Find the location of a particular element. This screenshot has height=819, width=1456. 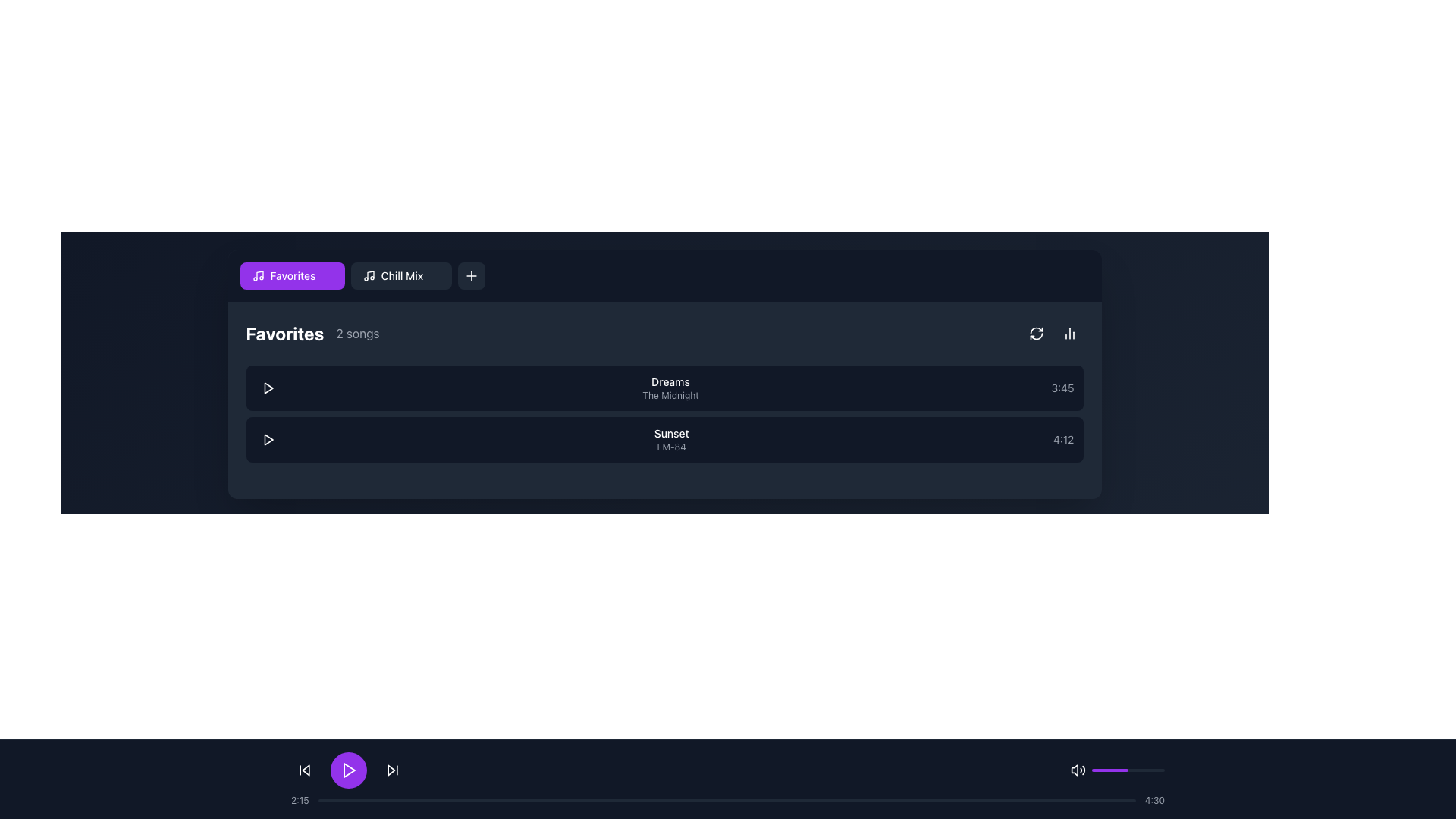

the progress bar is located at coordinates (882, 800).